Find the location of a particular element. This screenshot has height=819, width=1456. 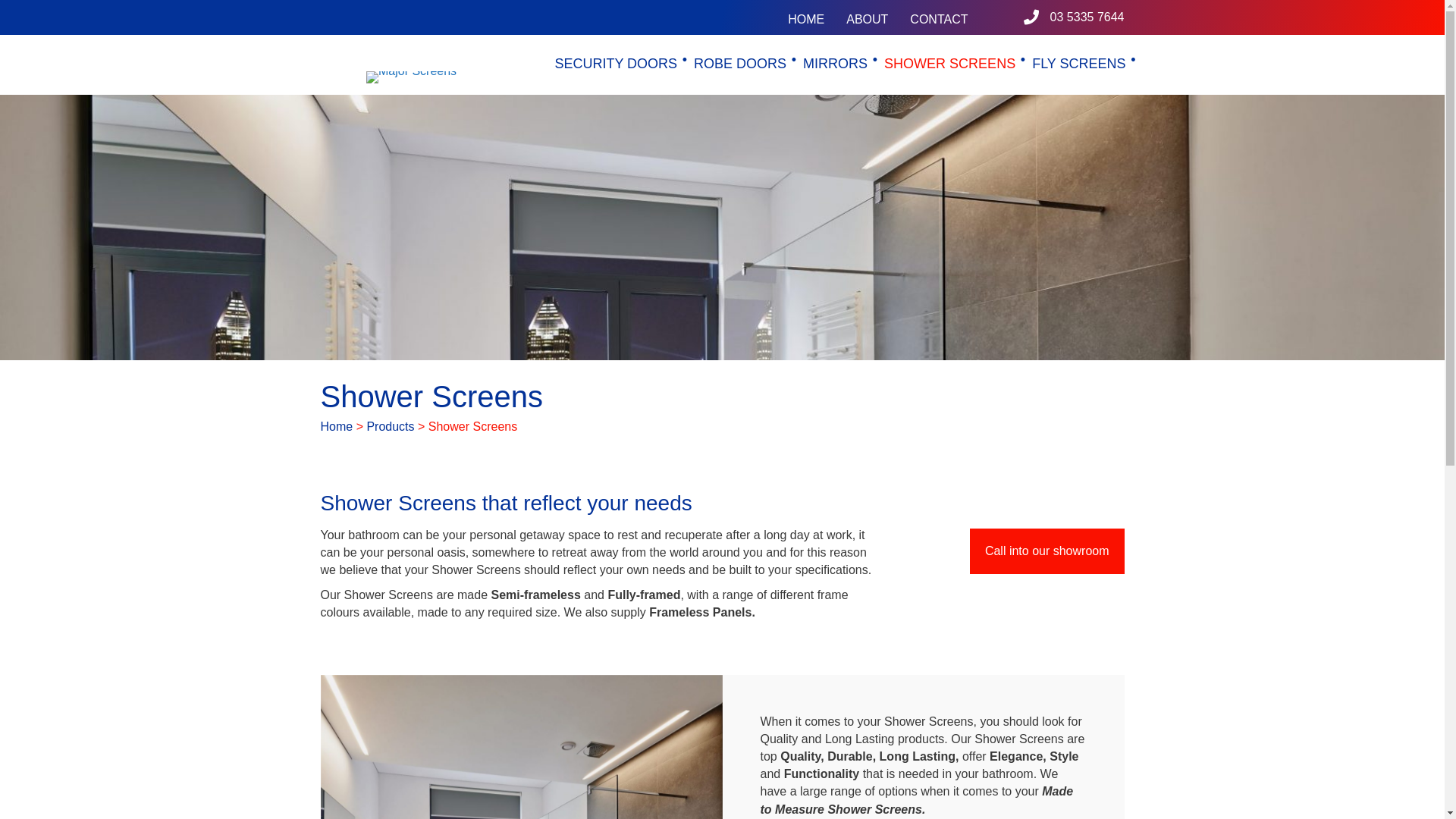

'03 5335 7644' is located at coordinates (1087, 17).